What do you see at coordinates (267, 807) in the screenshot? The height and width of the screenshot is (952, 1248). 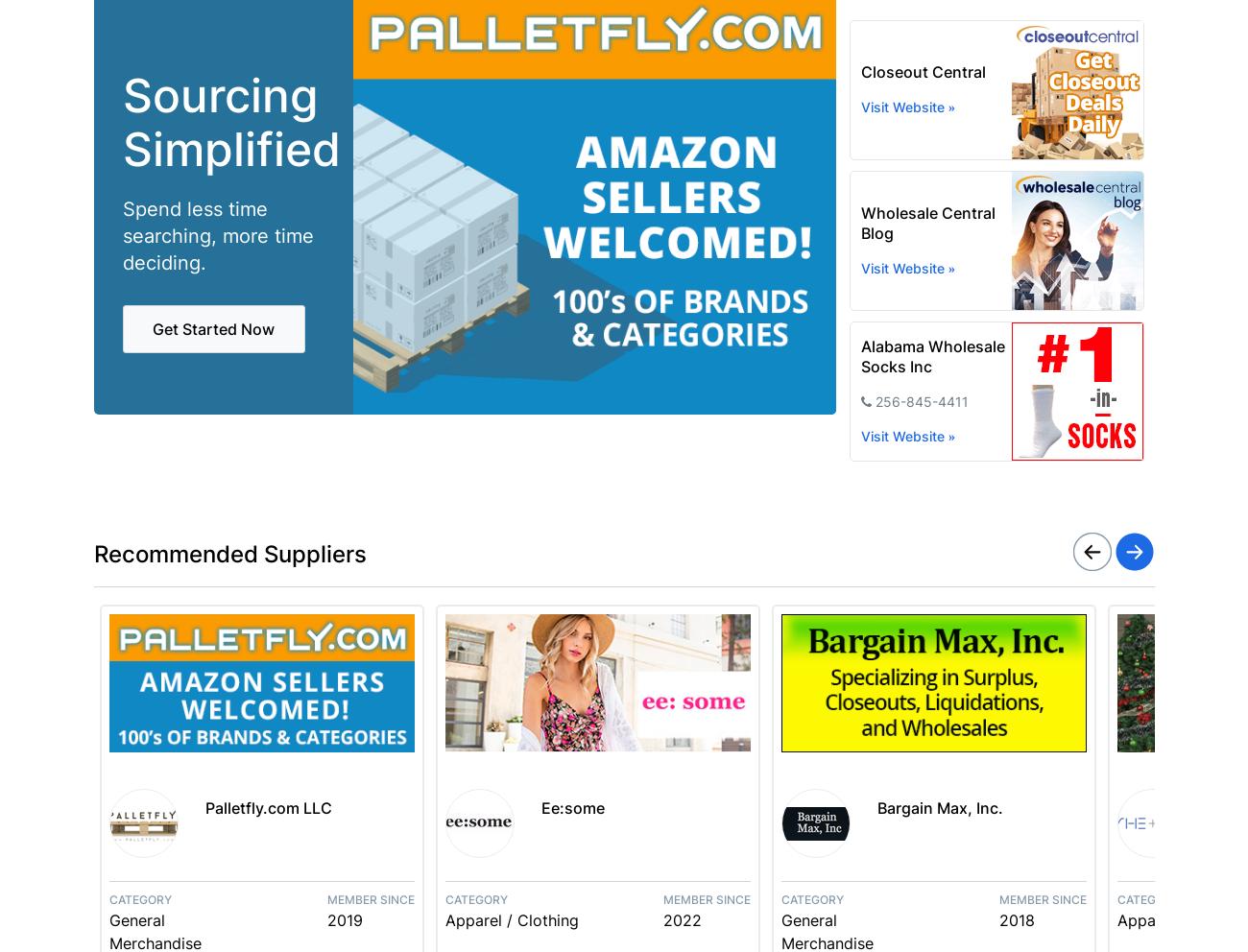 I see `'Palletfly.com LLC'` at bounding box center [267, 807].